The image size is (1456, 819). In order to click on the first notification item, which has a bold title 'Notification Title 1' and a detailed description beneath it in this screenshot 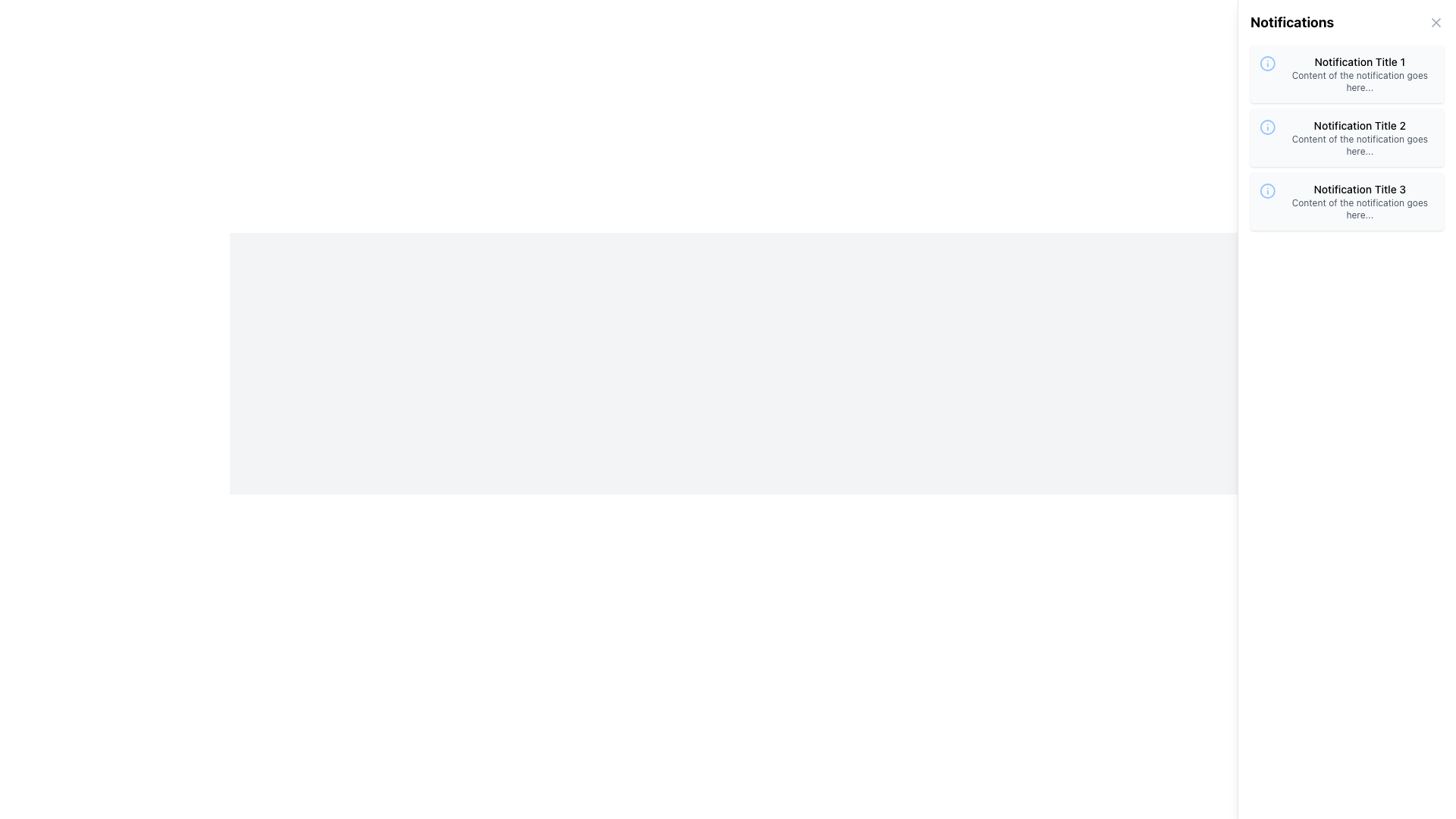, I will do `click(1360, 74)`.